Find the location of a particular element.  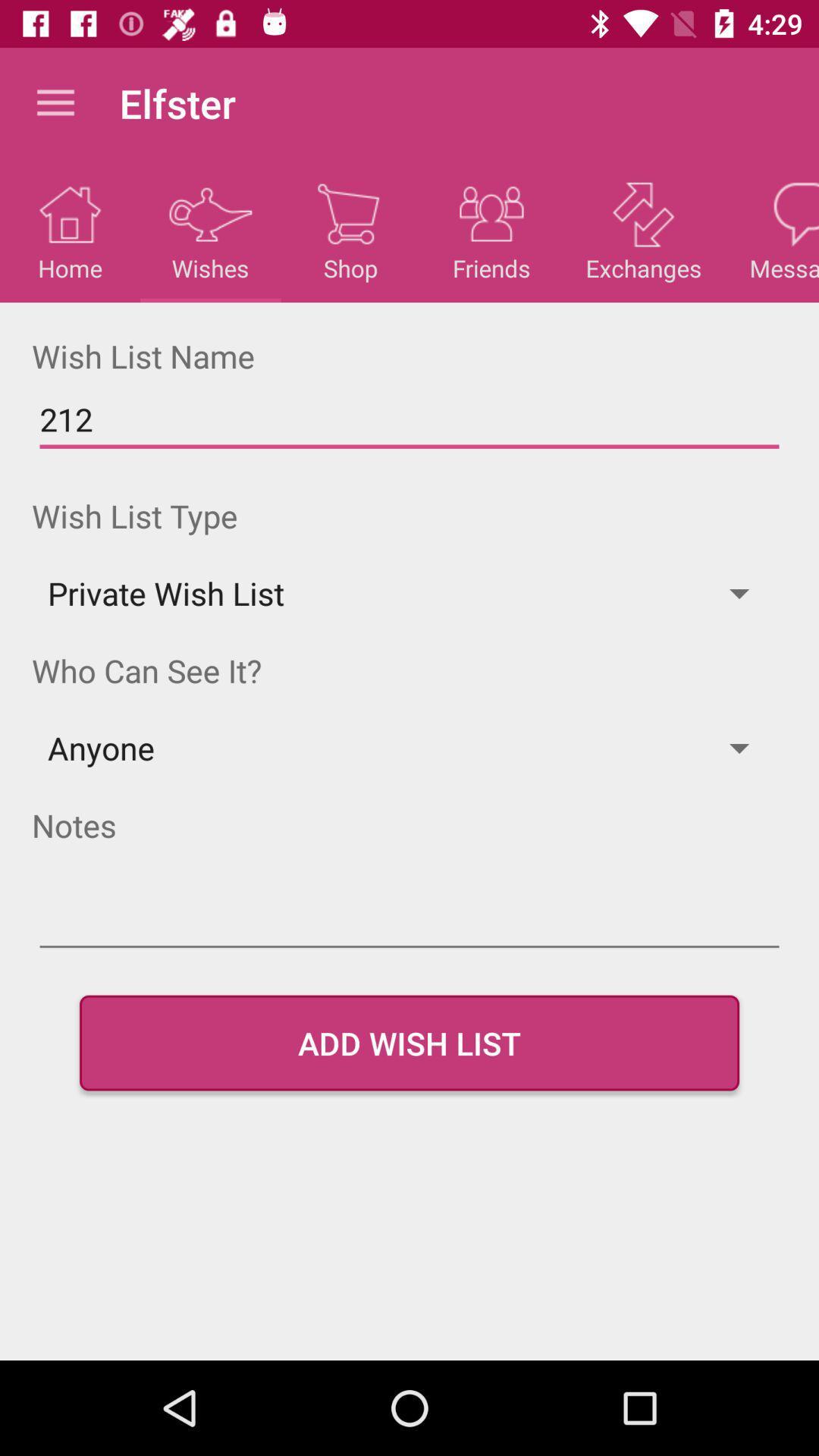

the item next to the elfster app is located at coordinates (55, 102).